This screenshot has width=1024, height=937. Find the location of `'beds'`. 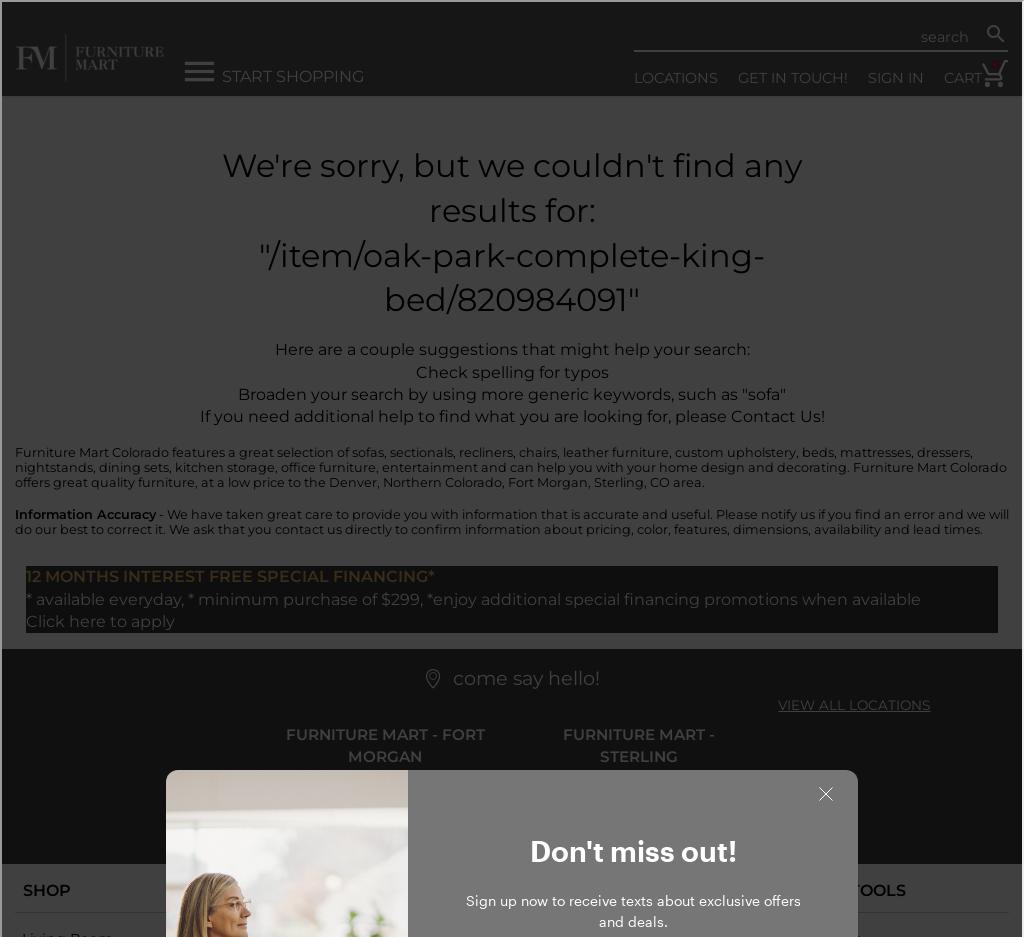

'beds' is located at coordinates (816, 450).